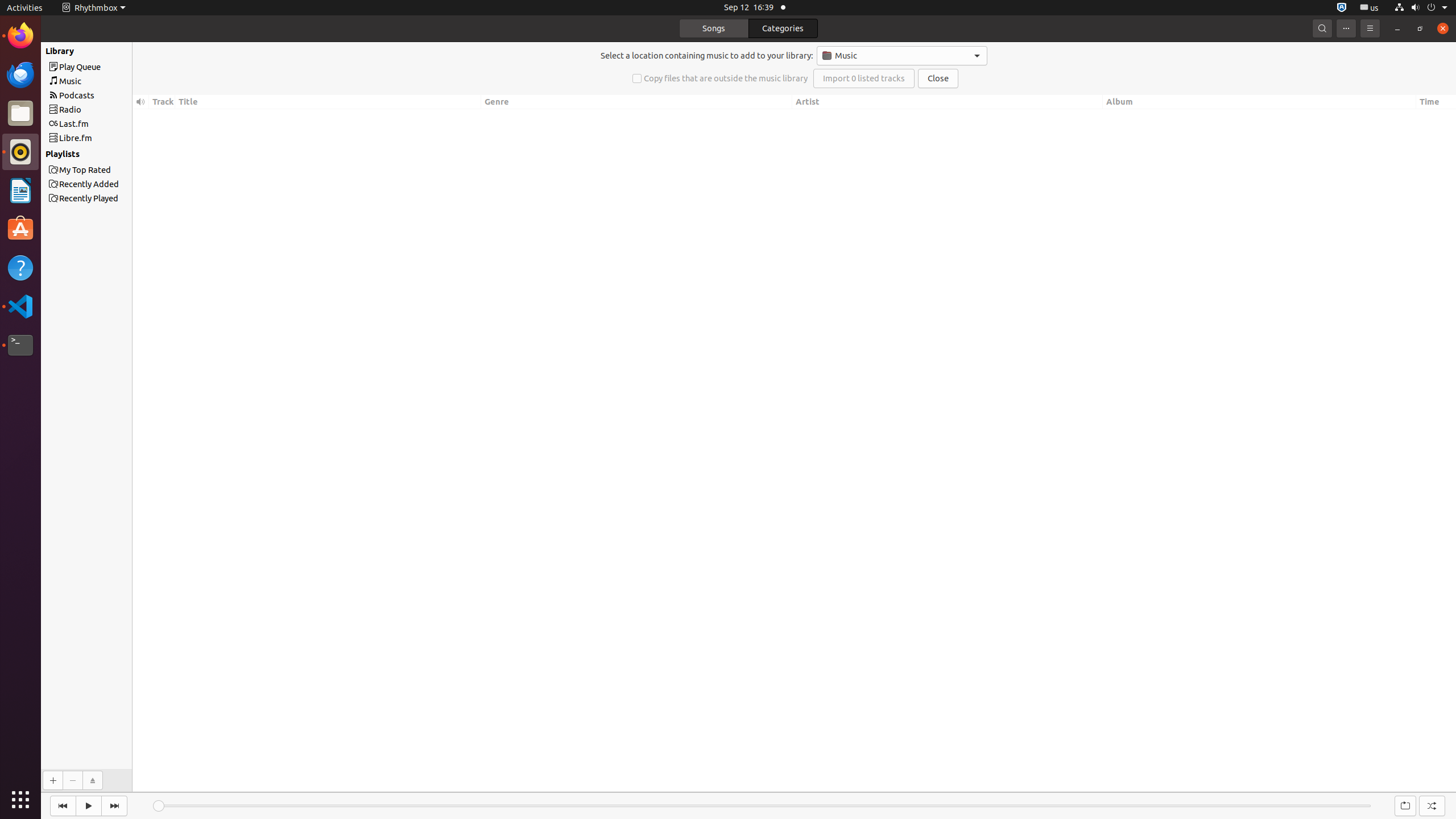  Describe the element at coordinates (72, 780) in the screenshot. I see `'Remove'` at that location.